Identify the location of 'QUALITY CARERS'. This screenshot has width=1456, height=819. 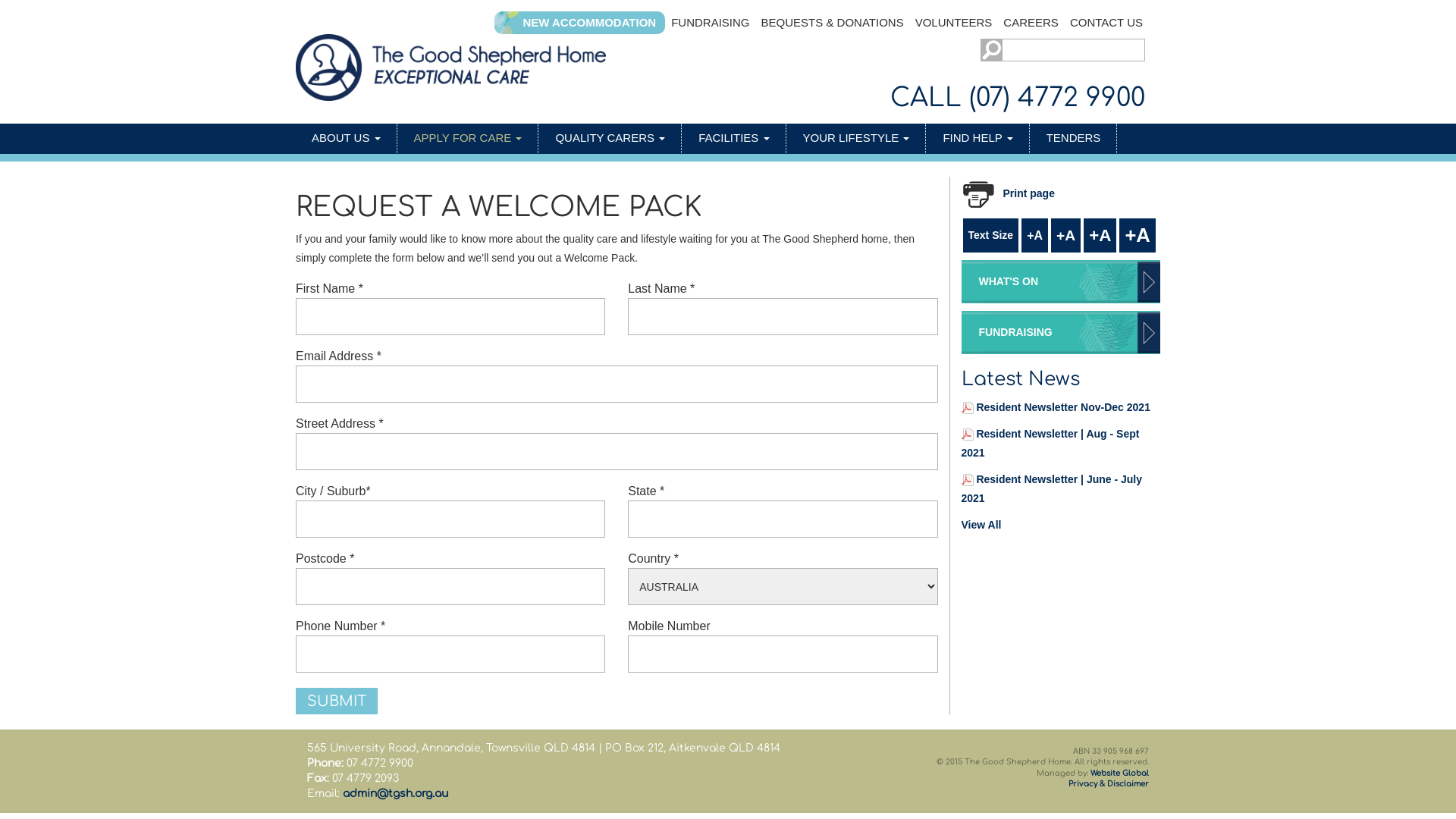
(610, 138).